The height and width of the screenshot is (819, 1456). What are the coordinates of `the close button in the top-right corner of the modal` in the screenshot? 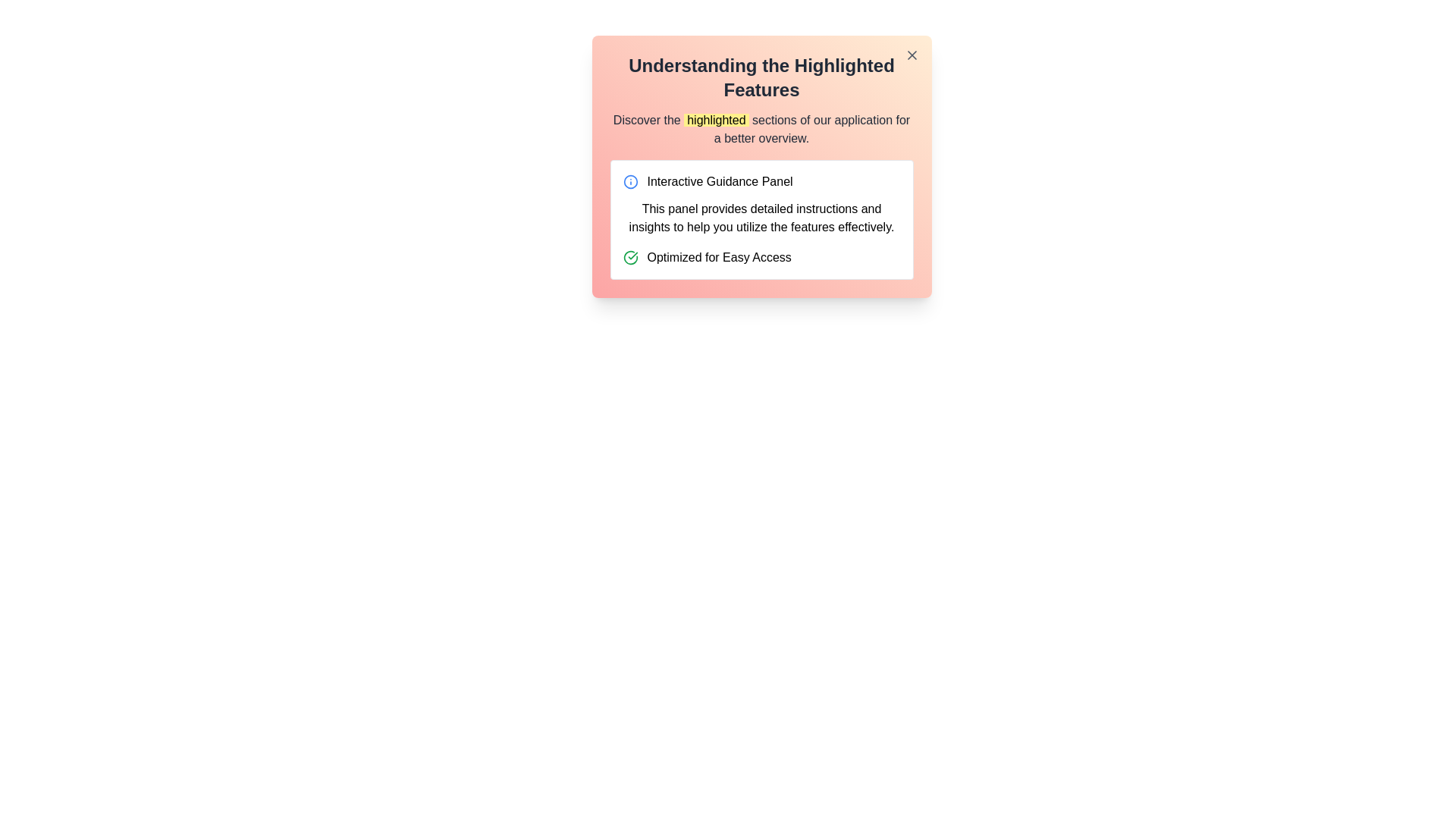 It's located at (911, 55).